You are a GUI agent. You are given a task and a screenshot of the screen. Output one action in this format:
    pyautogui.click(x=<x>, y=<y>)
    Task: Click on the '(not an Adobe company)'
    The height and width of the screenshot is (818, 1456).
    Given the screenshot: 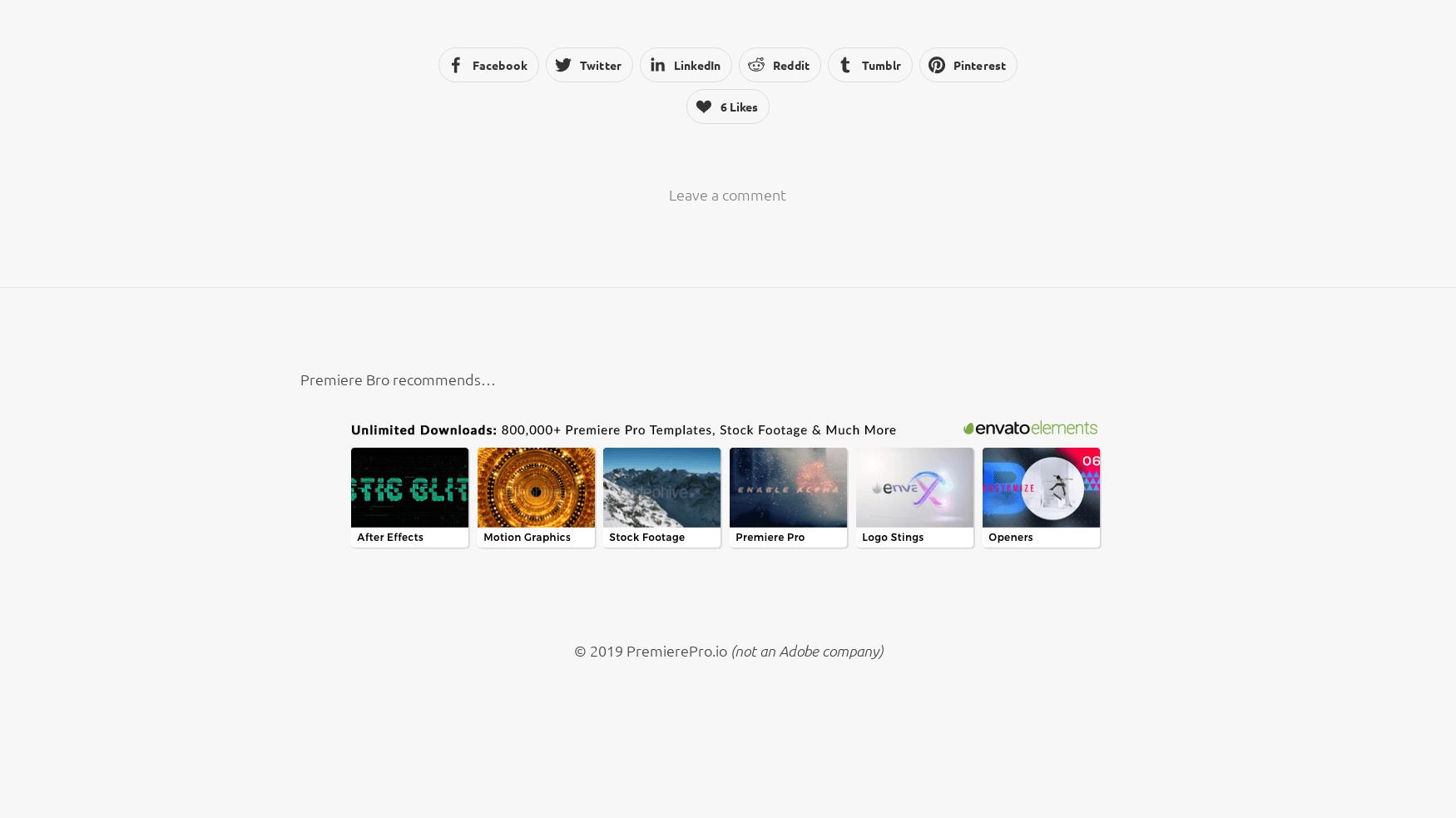 What is the action you would take?
    pyautogui.click(x=804, y=648)
    